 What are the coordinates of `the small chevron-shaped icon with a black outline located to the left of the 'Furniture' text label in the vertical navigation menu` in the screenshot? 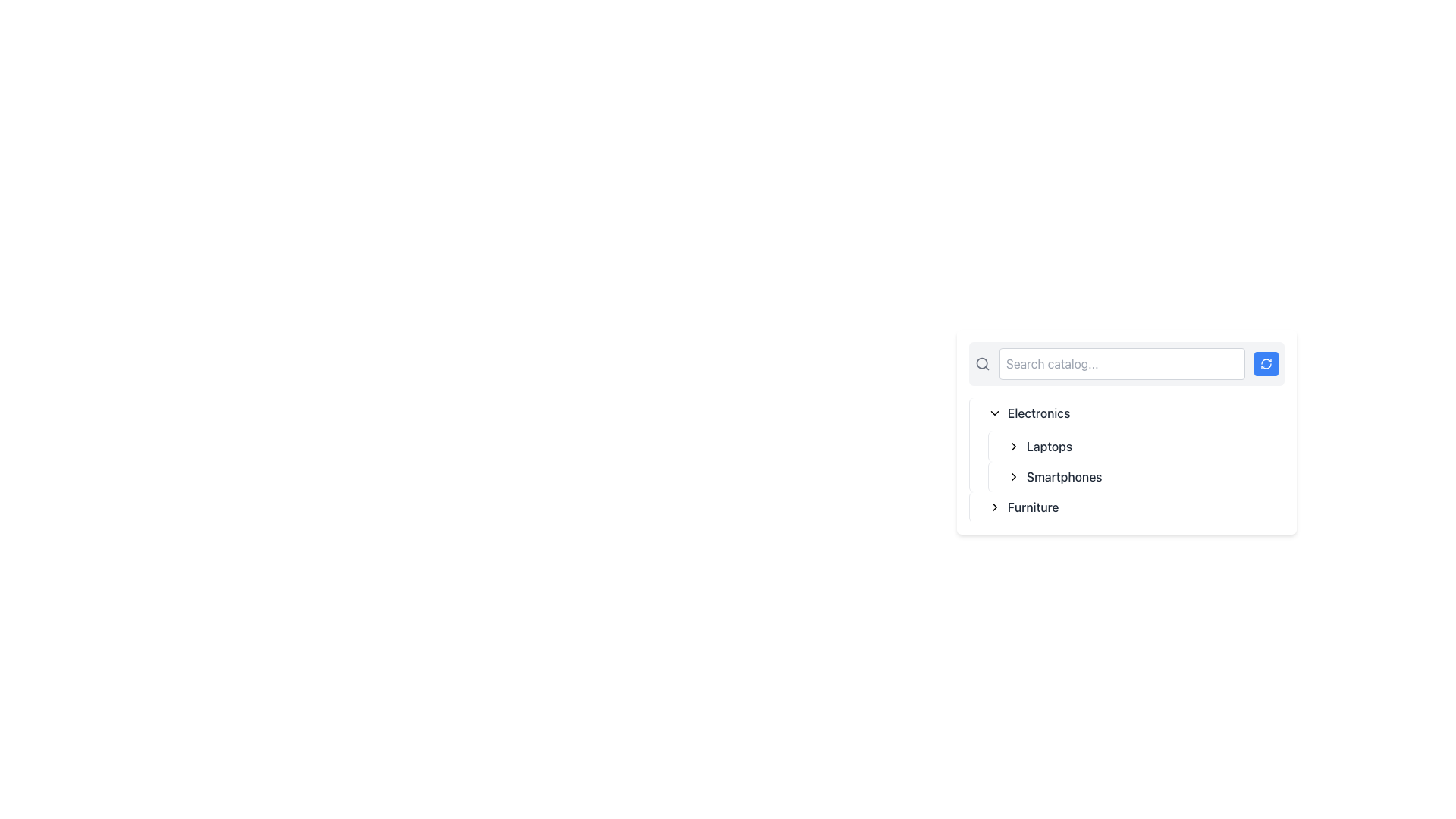 It's located at (994, 507).